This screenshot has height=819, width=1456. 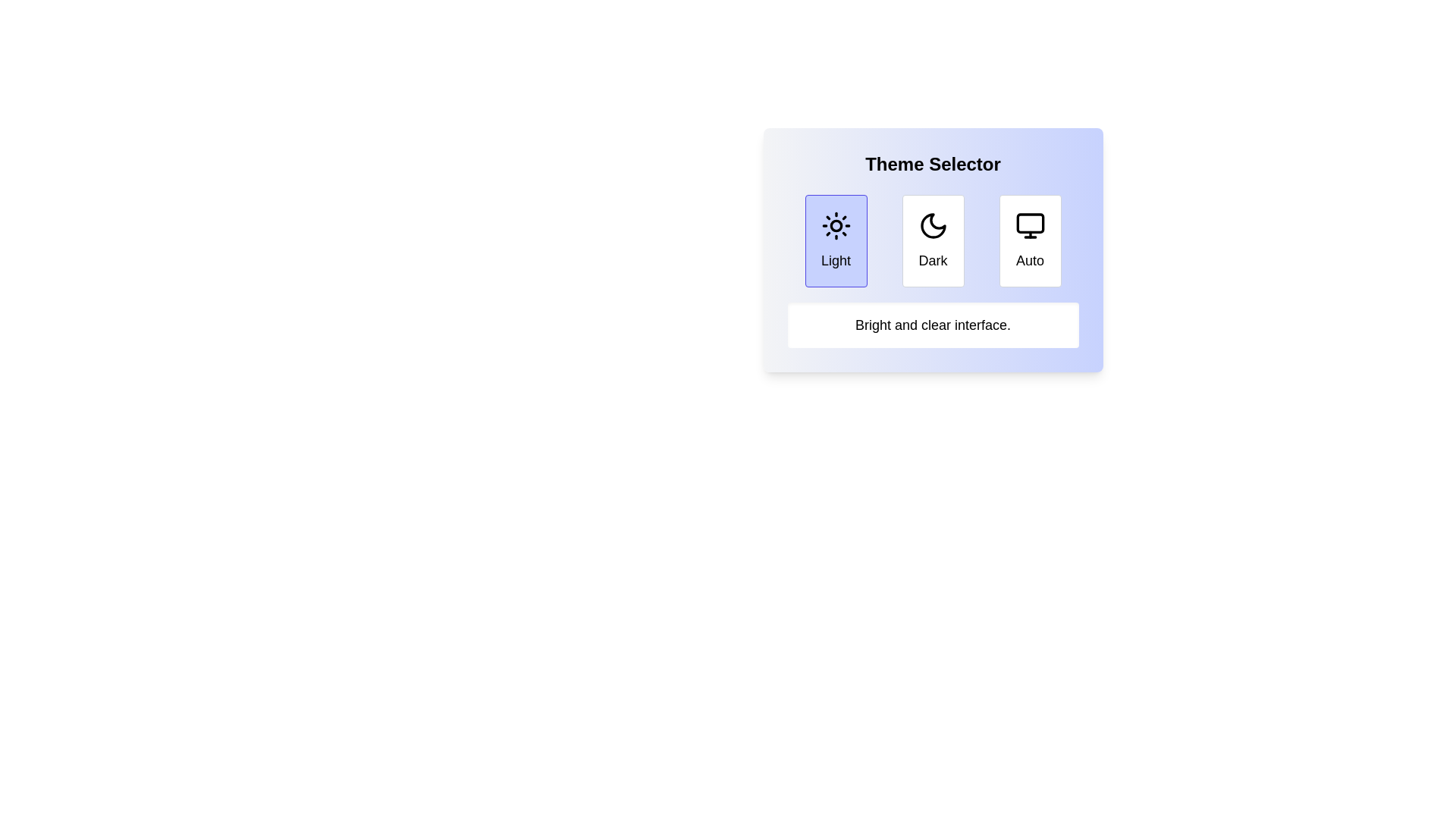 What do you see at coordinates (932, 240) in the screenshot?
I see `the theme by clicking on the corresponding button. Use the parameter Dark to specify the theme to select` at bounding box center [932, 240].